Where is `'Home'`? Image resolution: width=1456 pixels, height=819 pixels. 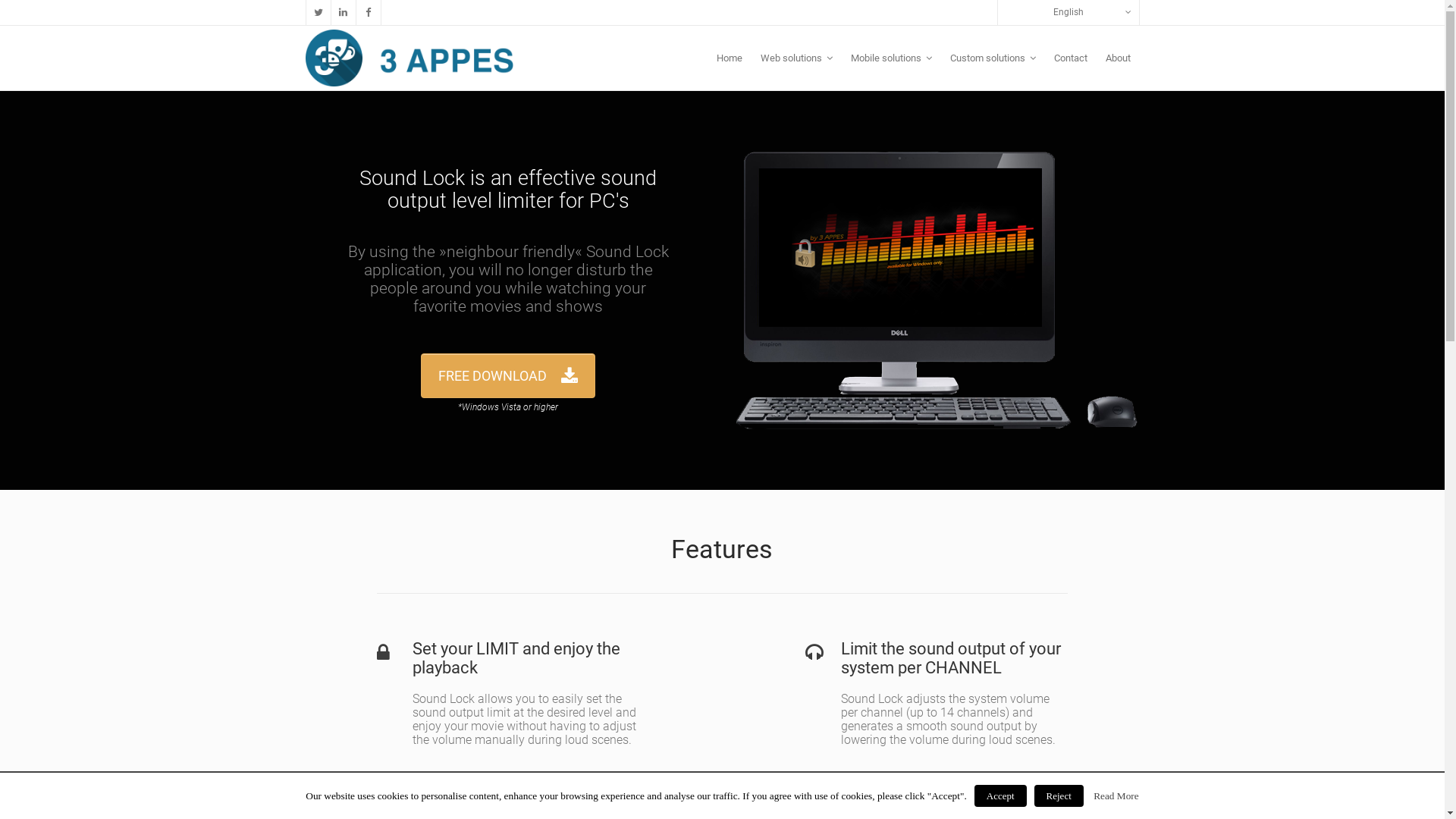 'Home' is located at coordinates (705, 57).